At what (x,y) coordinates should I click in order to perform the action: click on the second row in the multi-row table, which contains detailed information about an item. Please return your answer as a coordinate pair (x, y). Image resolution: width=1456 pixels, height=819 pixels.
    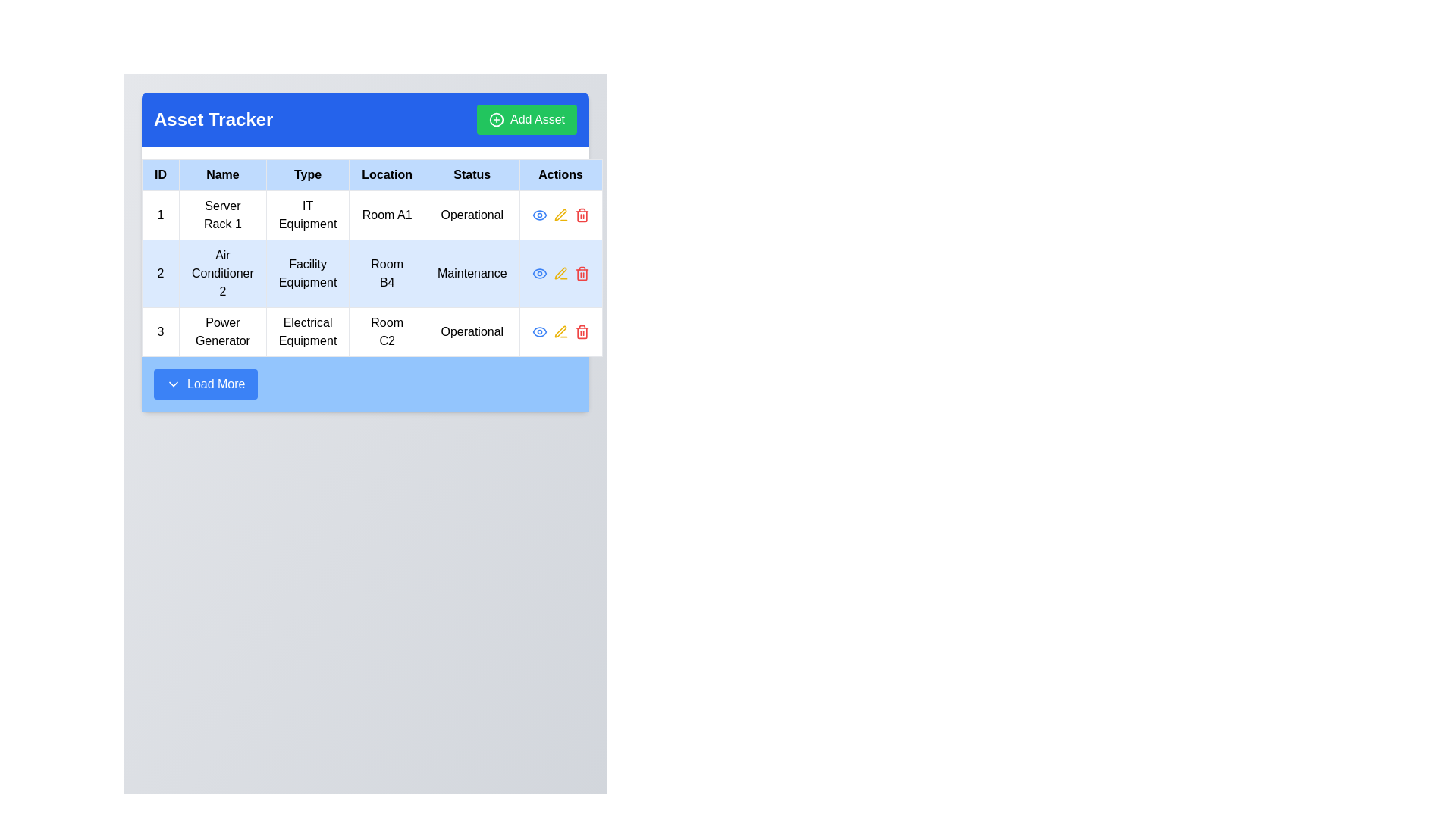
    Looking at the image, I should click on (372, 274).